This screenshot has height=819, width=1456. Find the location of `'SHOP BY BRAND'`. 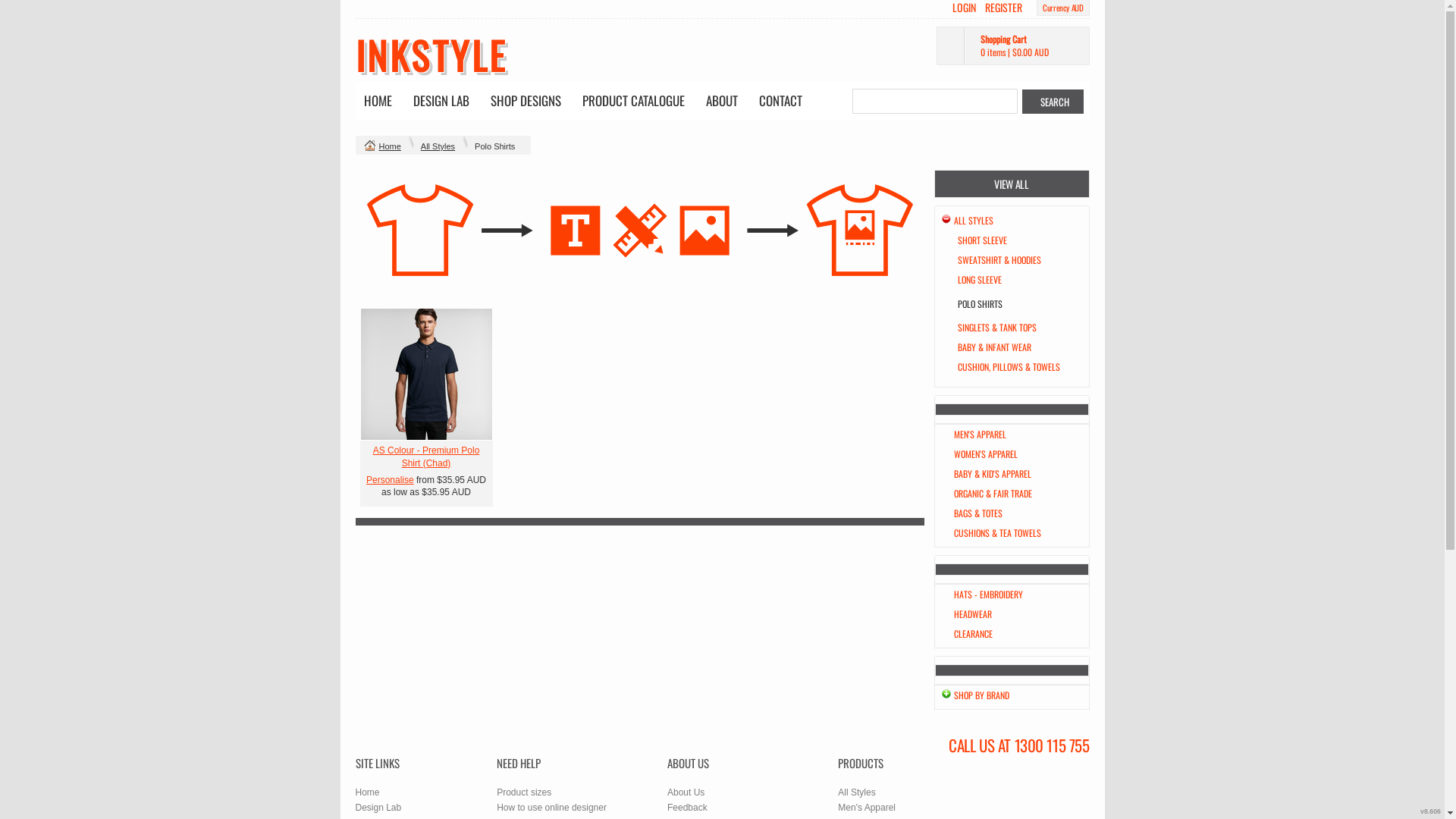

'SHOP BY BRAND' is located at coordinates (981, 695).